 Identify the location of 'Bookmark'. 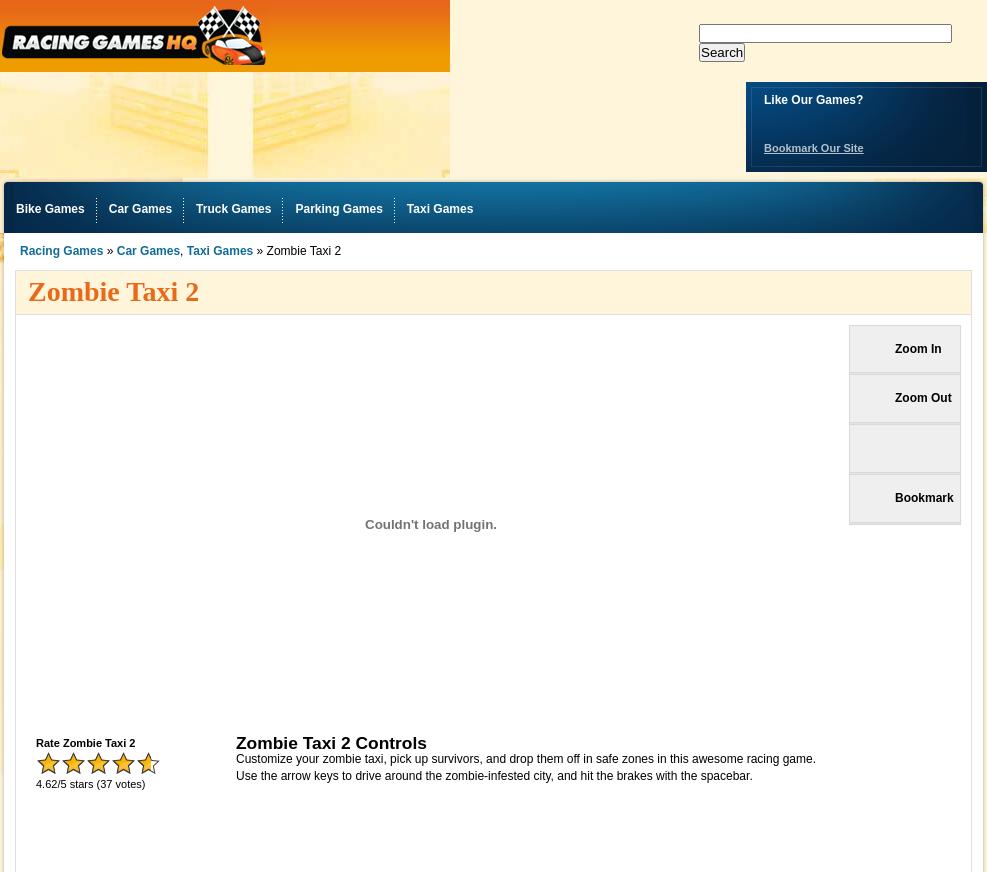
(924, 496).